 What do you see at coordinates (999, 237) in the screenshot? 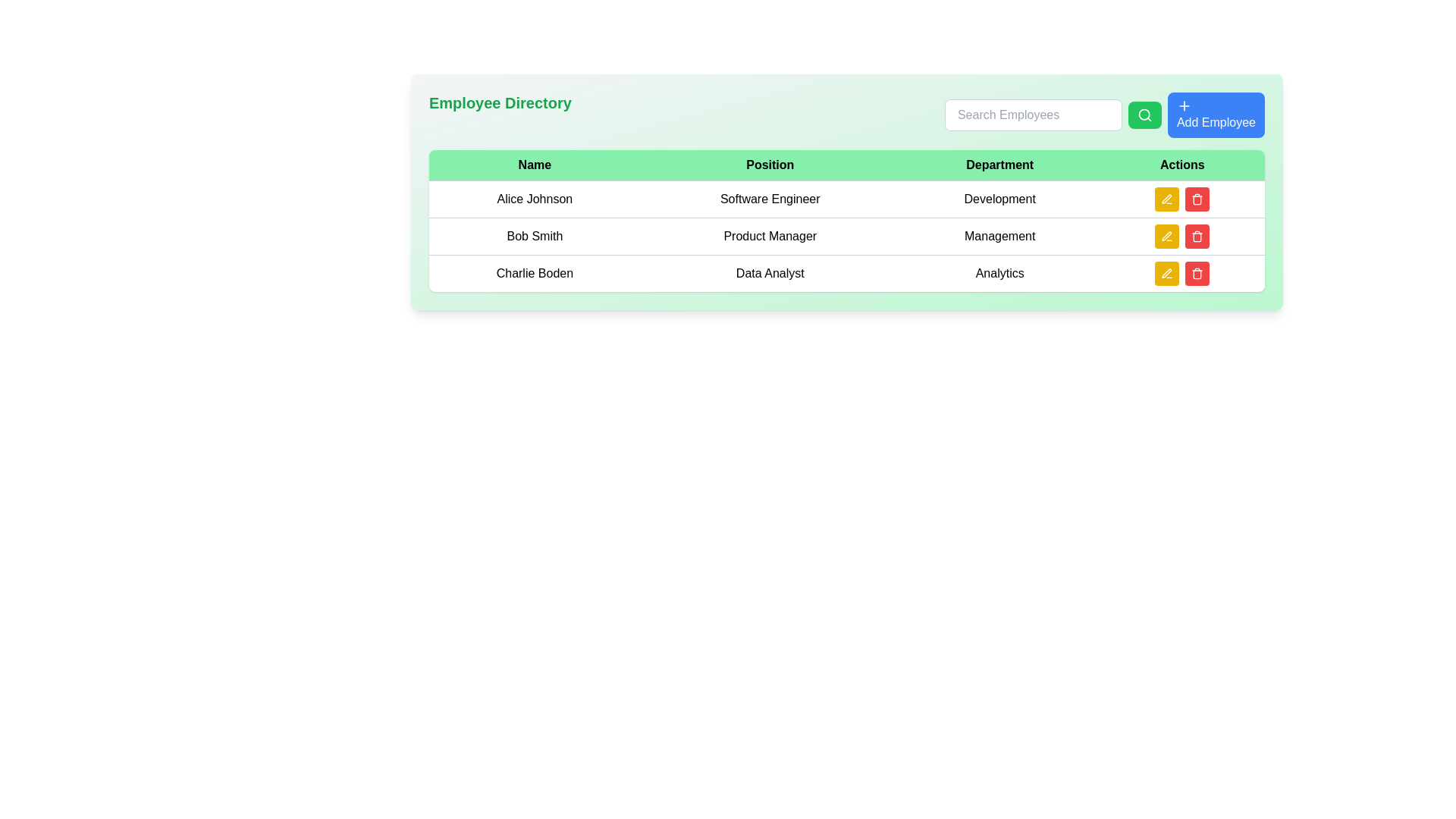
I see `the text label displaying 'Management' located in the 'Department' column under the row for 'Bob Smith' in the table` at bounding box center [999, 237].